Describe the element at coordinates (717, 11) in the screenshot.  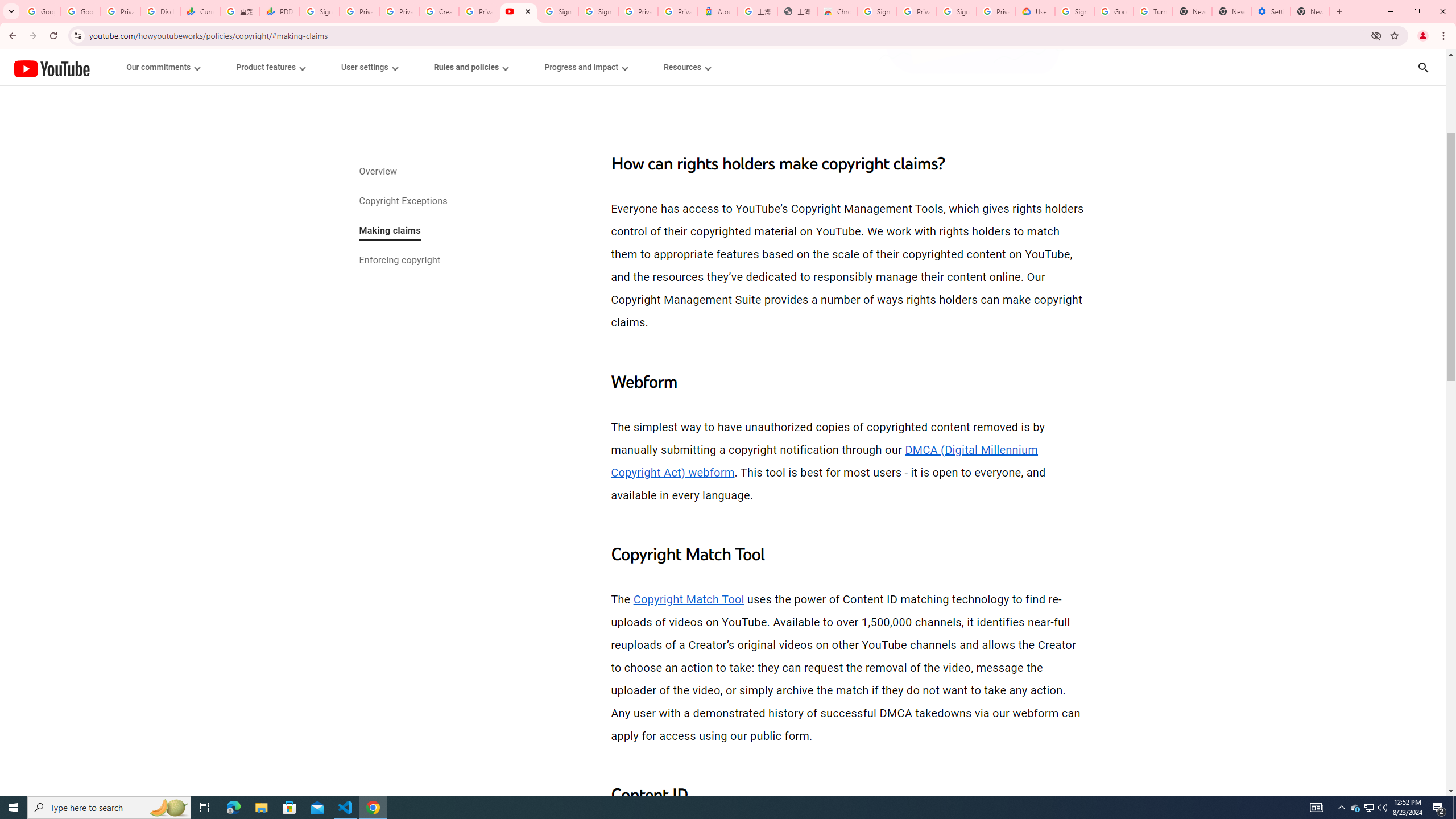
I see `'Atour Hotel - Google hotels'` at that location.